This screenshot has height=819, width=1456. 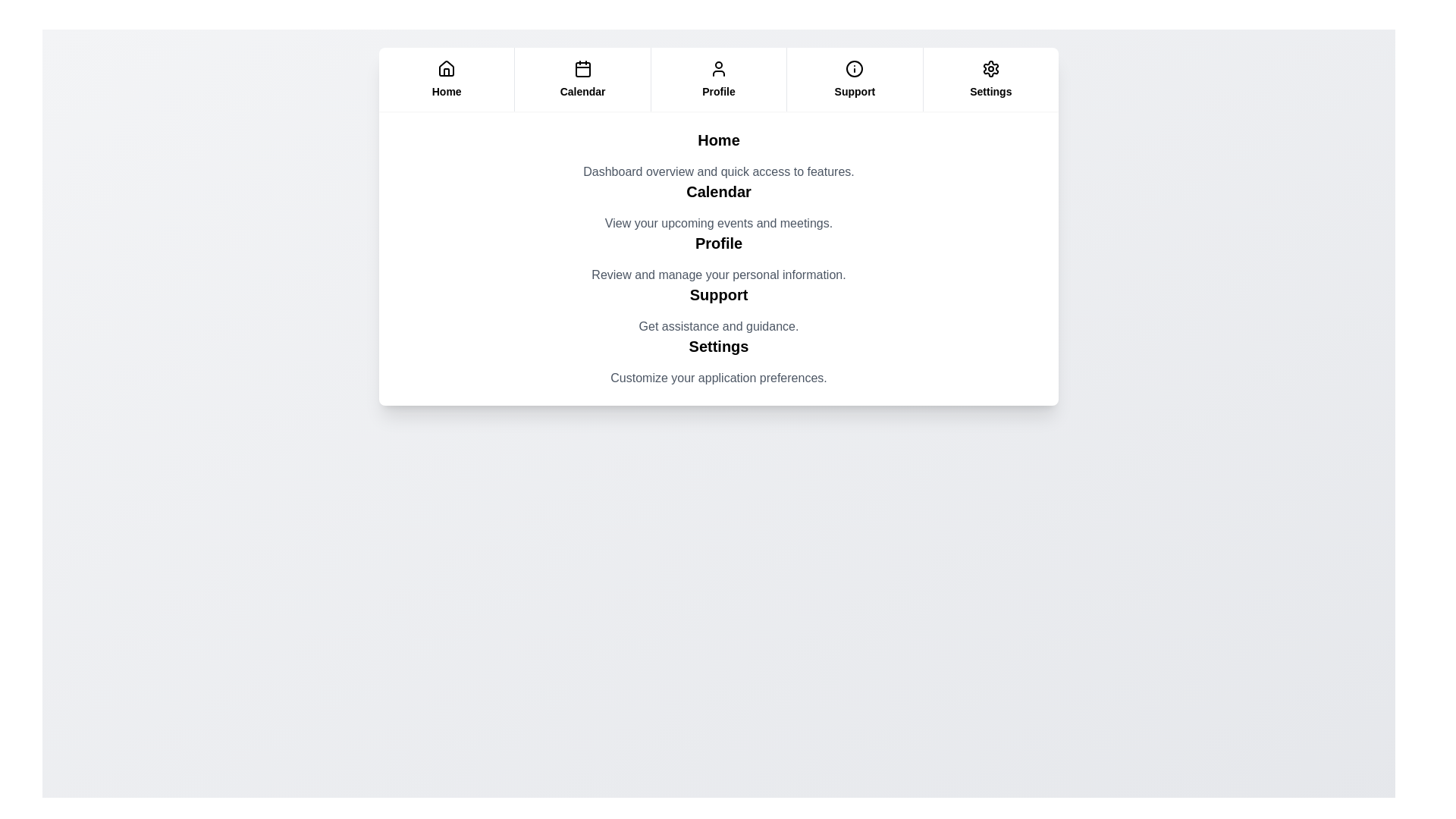 I want to click on descriptive text label located below the heading 'Settings', which provides information about customizing application preferences, so click(x=718, y=377).